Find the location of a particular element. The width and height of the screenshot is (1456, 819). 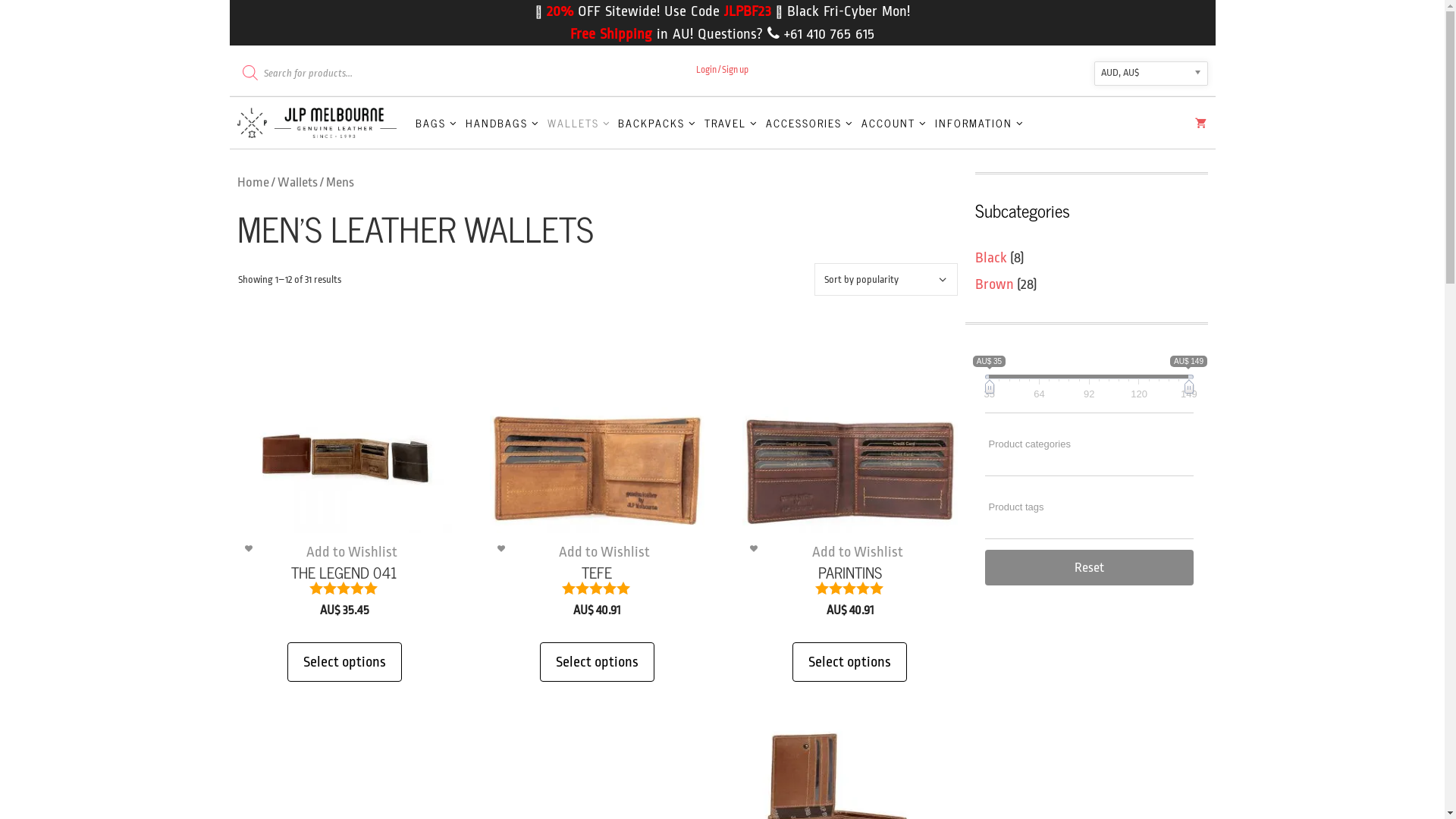

'INFORMATION' is located at coordinates (930, 122).